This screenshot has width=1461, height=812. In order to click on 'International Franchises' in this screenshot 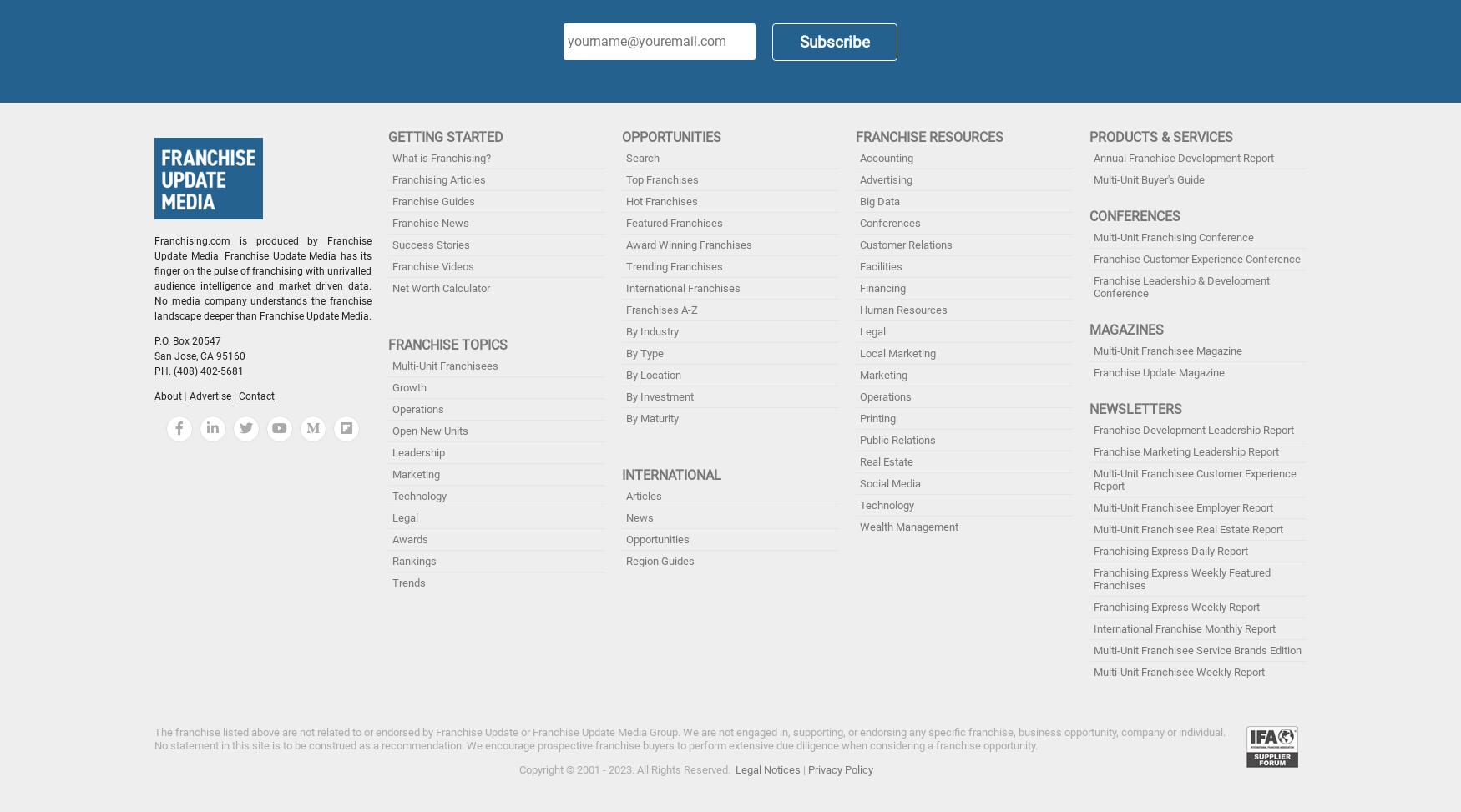, I will do `click(683, 287)`.